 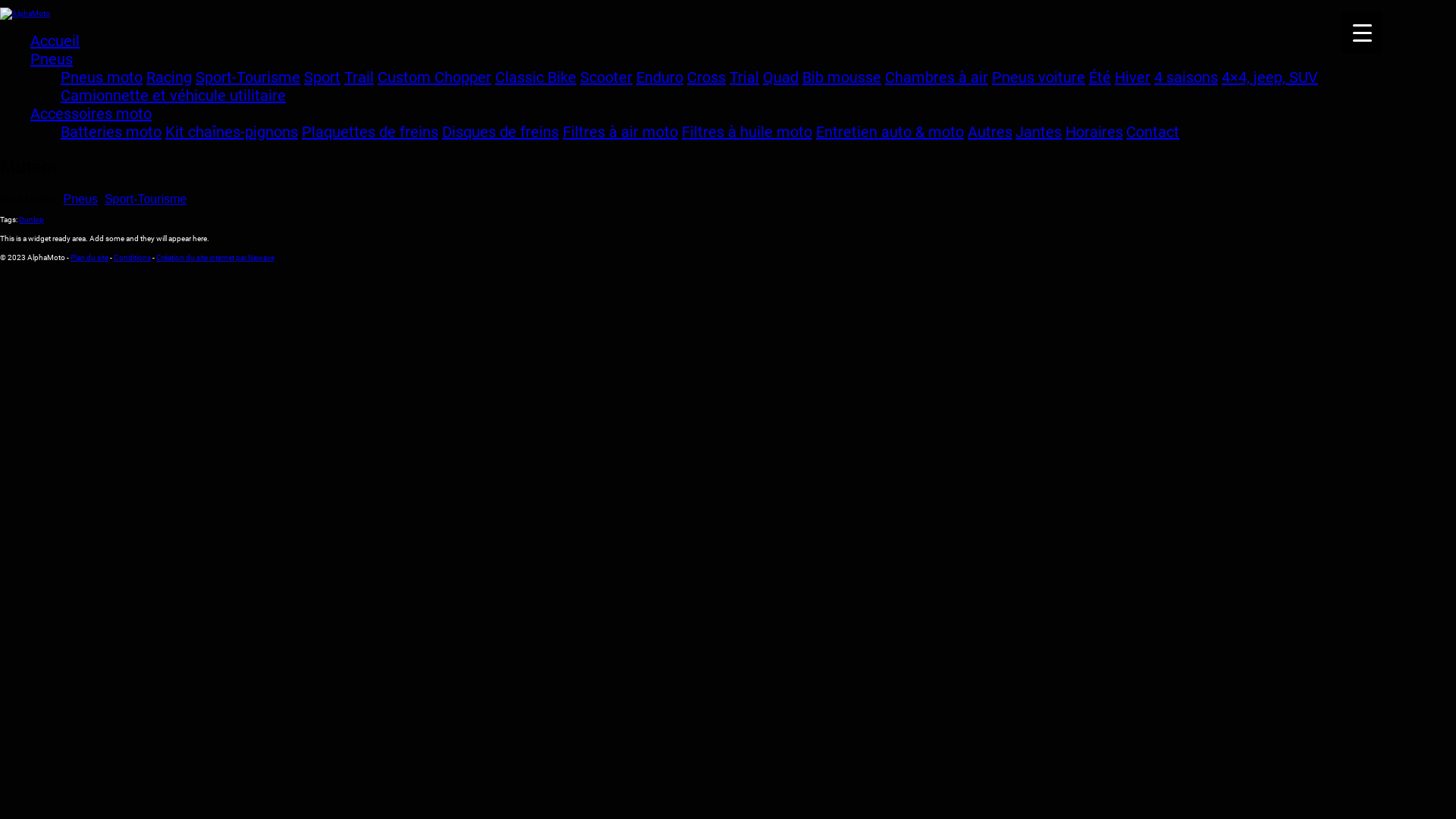 What do you see at coordinates (30, 113) in the screenshot?
I see `'Accessoires moto'` at bounding box center [30, 113].